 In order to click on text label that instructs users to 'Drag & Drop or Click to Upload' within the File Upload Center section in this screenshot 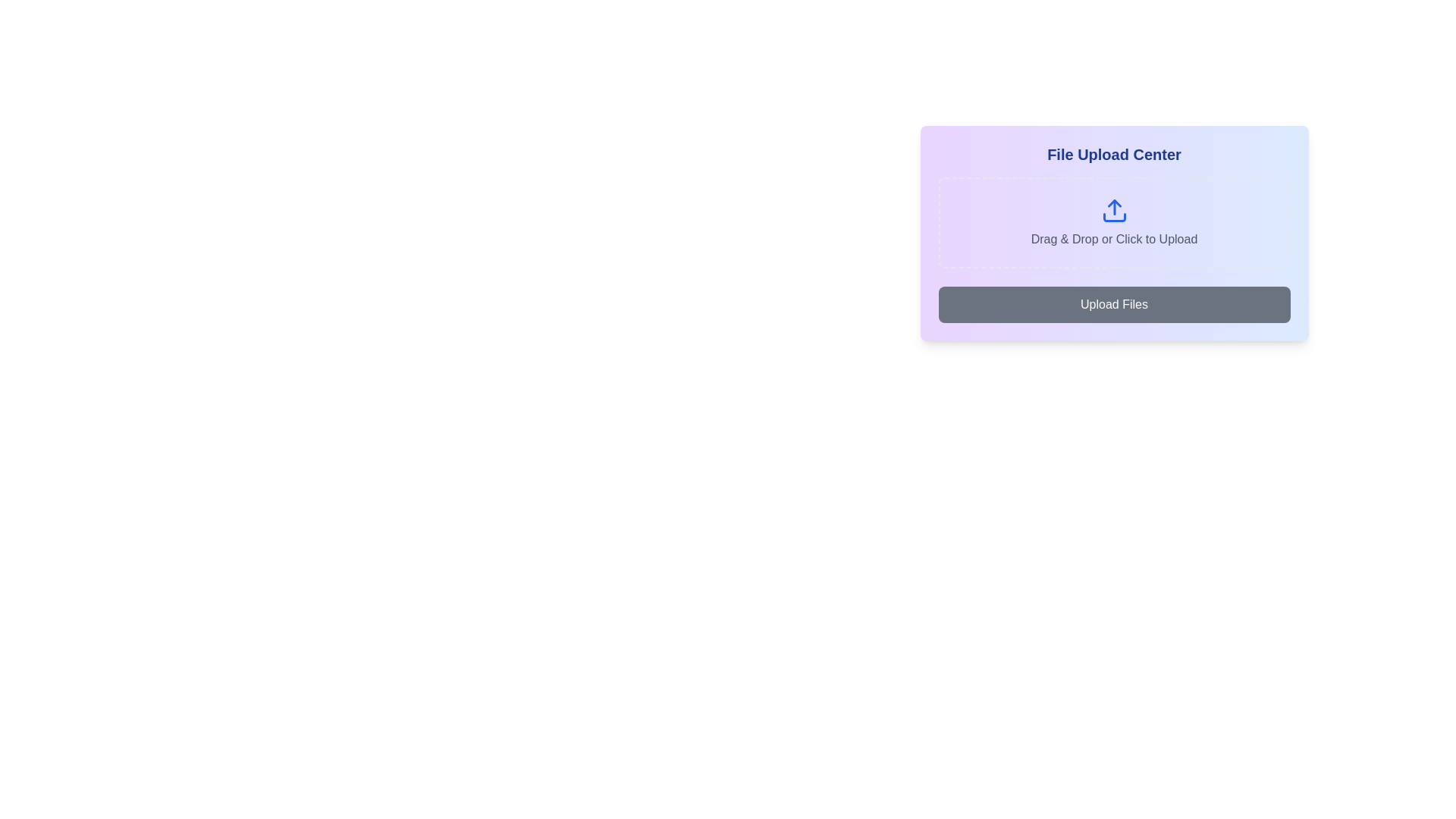, I will do `click(1114, 239)`.